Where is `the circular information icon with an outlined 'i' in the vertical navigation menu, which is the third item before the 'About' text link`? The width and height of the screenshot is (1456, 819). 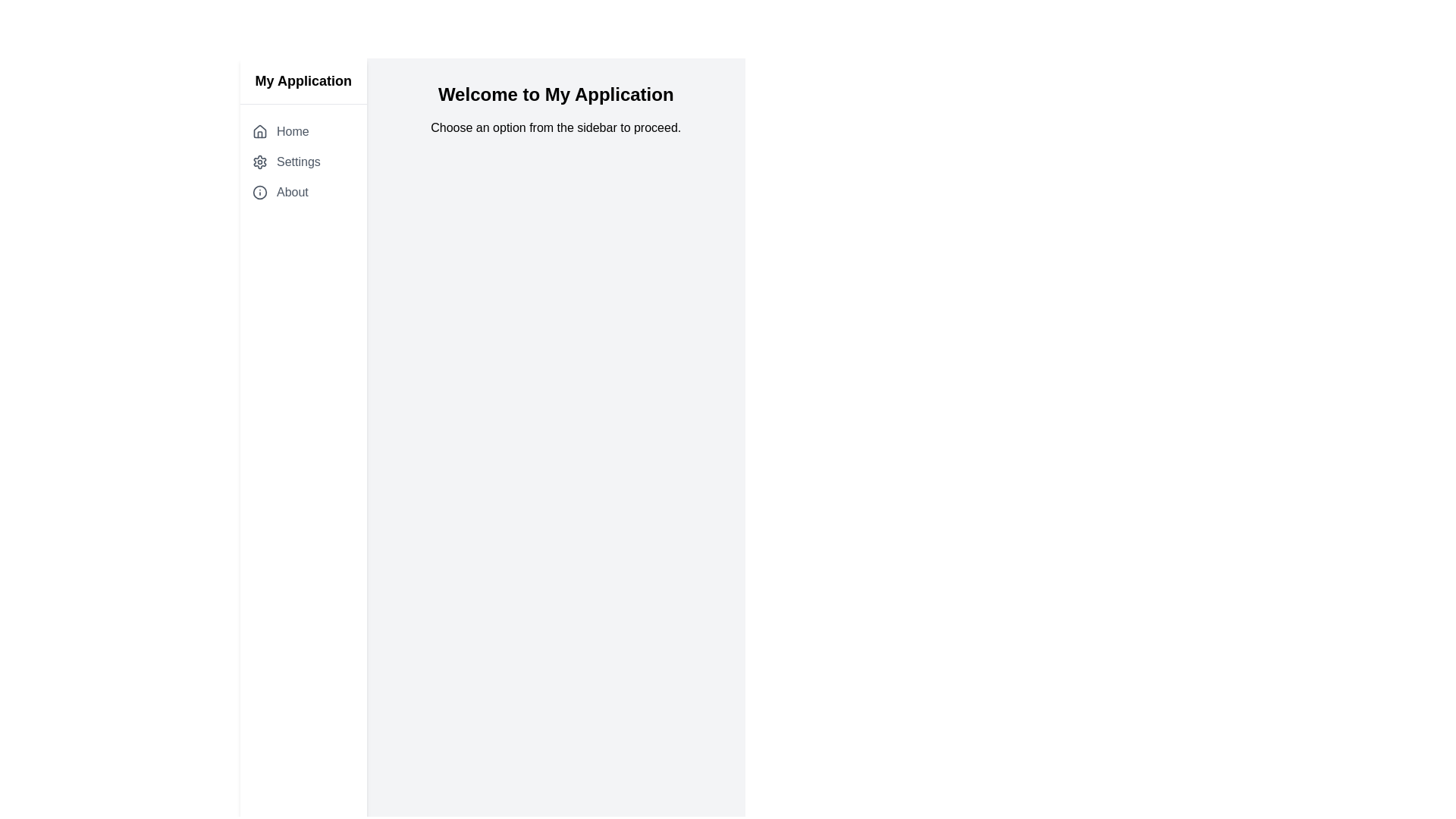
the circular information icon with an outlined 'i' in the vertical navigation menu, which is the third item before the 'About' text link is located at coordinates (259, 192).